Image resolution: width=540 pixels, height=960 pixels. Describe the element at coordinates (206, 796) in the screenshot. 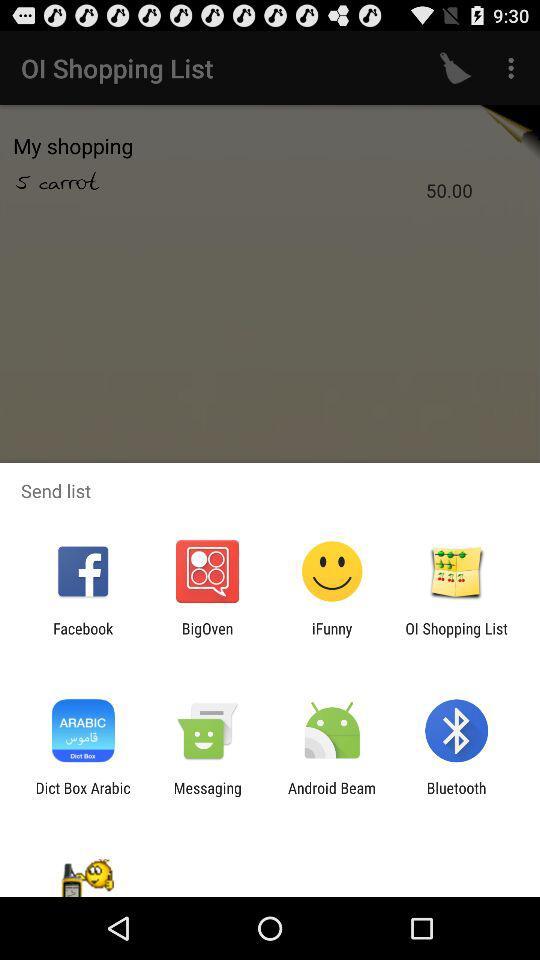

I see `icon next to the android beam` at that location.